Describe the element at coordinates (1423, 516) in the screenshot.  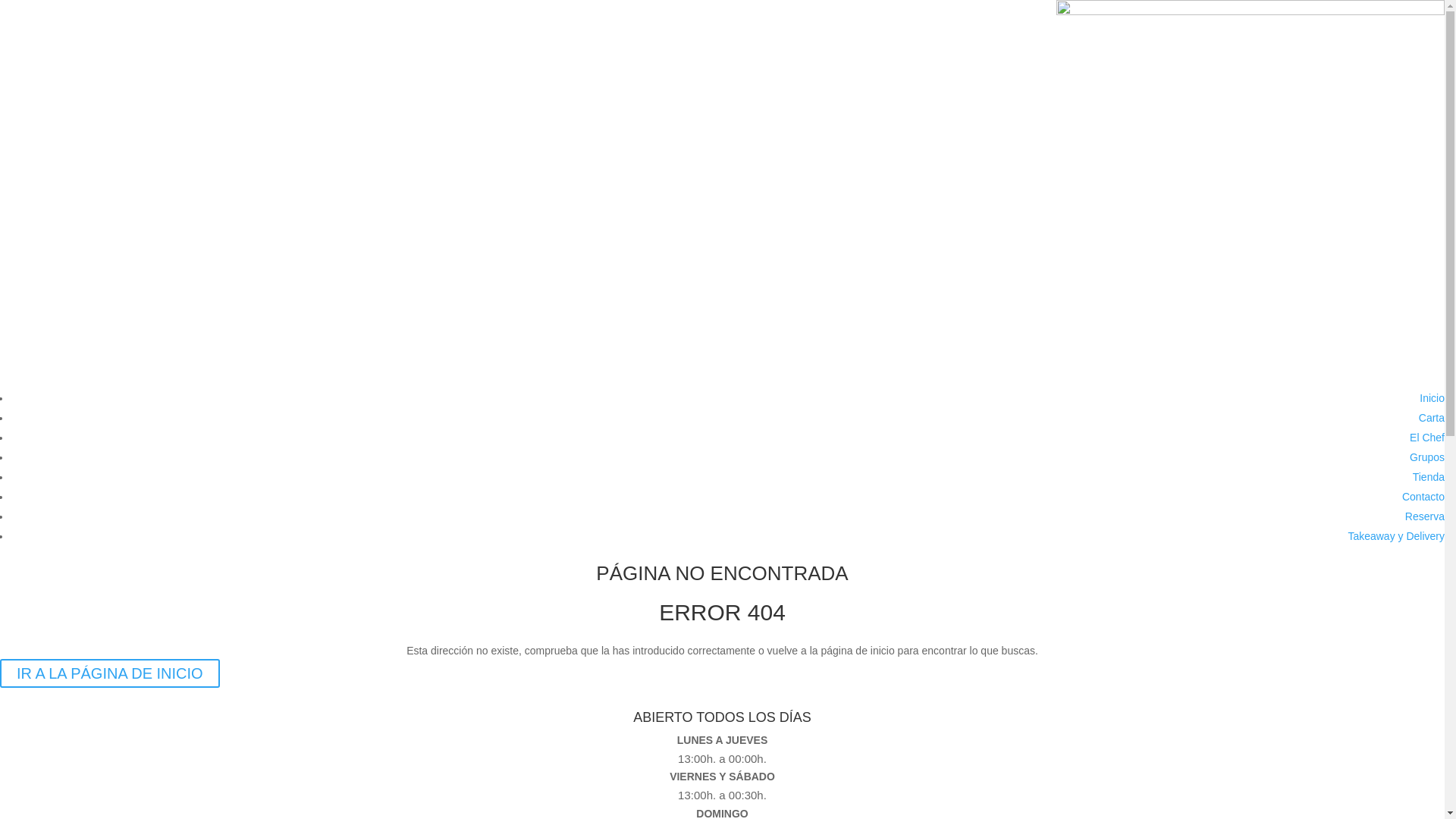
I see `'Reserva'` at that location.